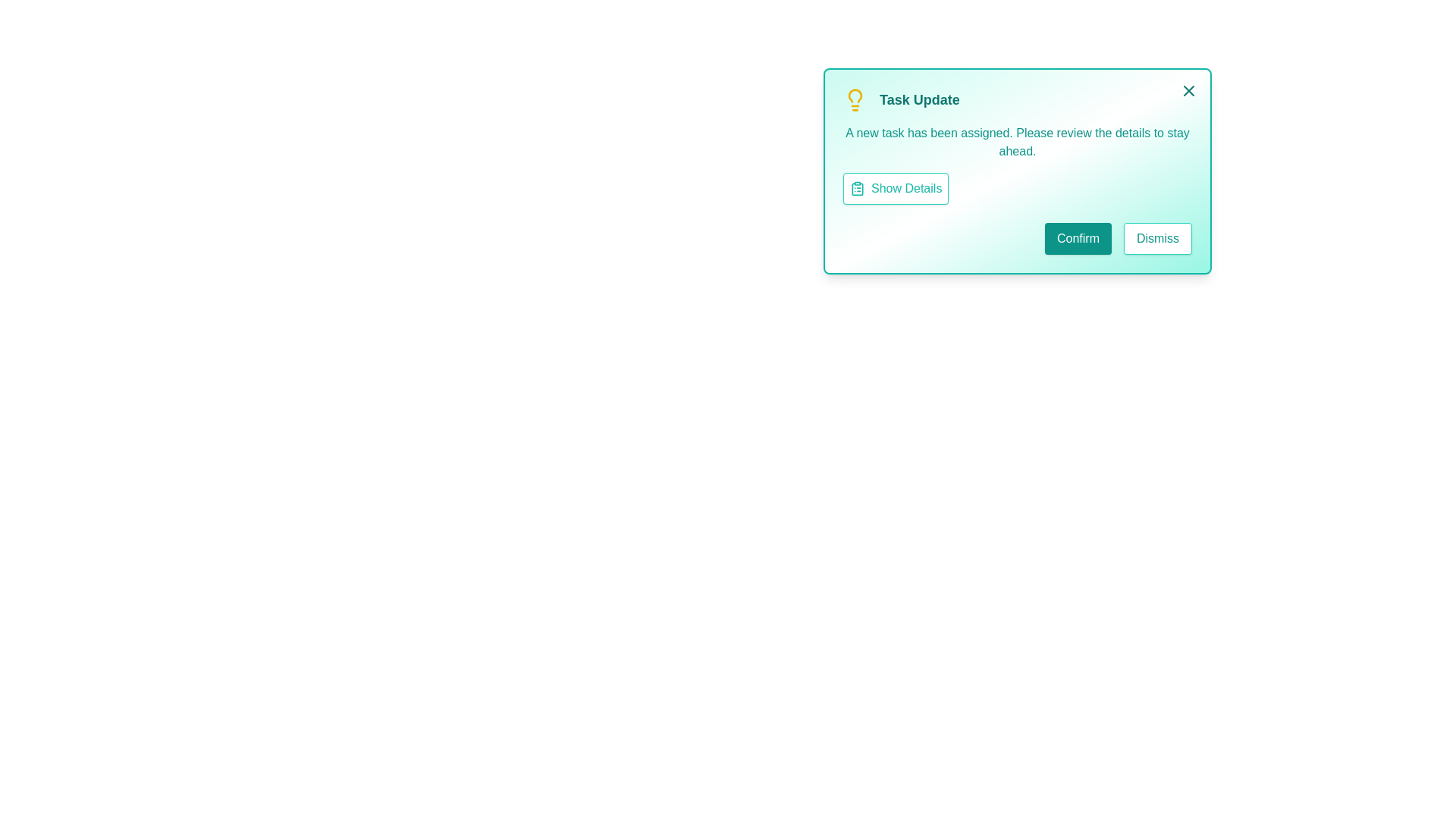 The image size is (1456, 819). What do you see at coordinates (1156, 239) in the screenshot?
I see `the 'Dismiss' button to dismiss the notification alert` at bounding box center [1156, 239].